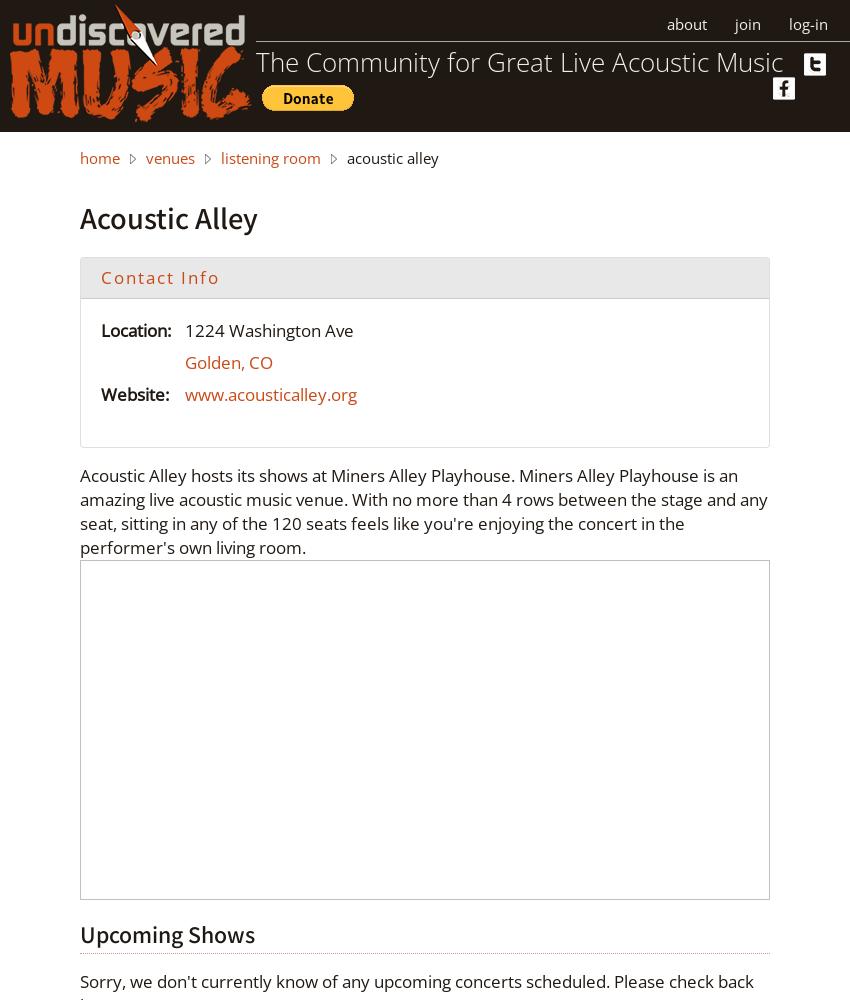 The width and height of the screenshot is (850, 1000). What do you see at coordinates (685, 24) in the screenshot?
I see `'about'` at bounding box center [685, 24].